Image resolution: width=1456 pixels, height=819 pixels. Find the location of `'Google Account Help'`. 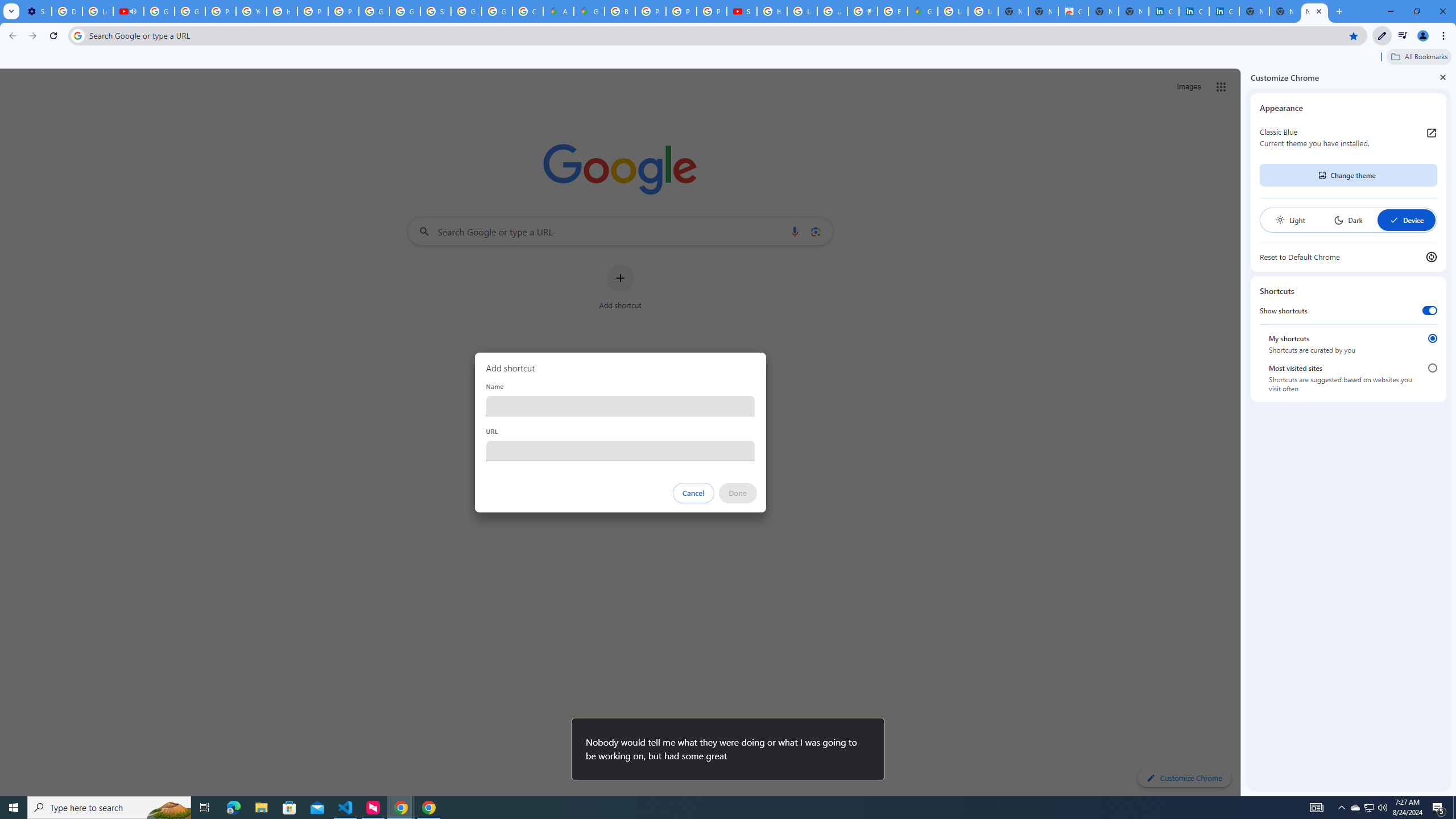

'Google Account Help' is located at coordinates (158, 11).